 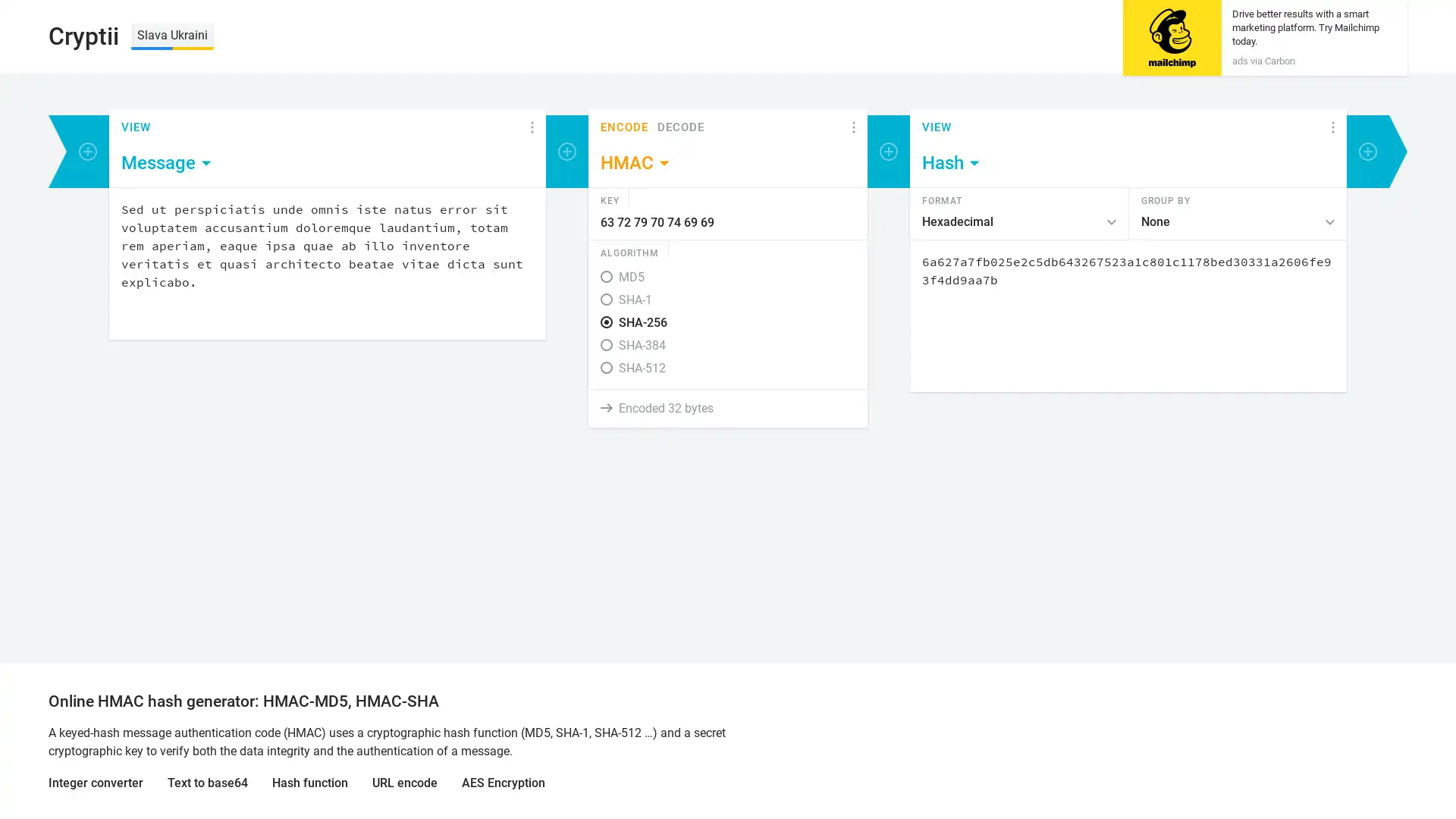 I want to click on HMAC, so click(x=636, y=163).